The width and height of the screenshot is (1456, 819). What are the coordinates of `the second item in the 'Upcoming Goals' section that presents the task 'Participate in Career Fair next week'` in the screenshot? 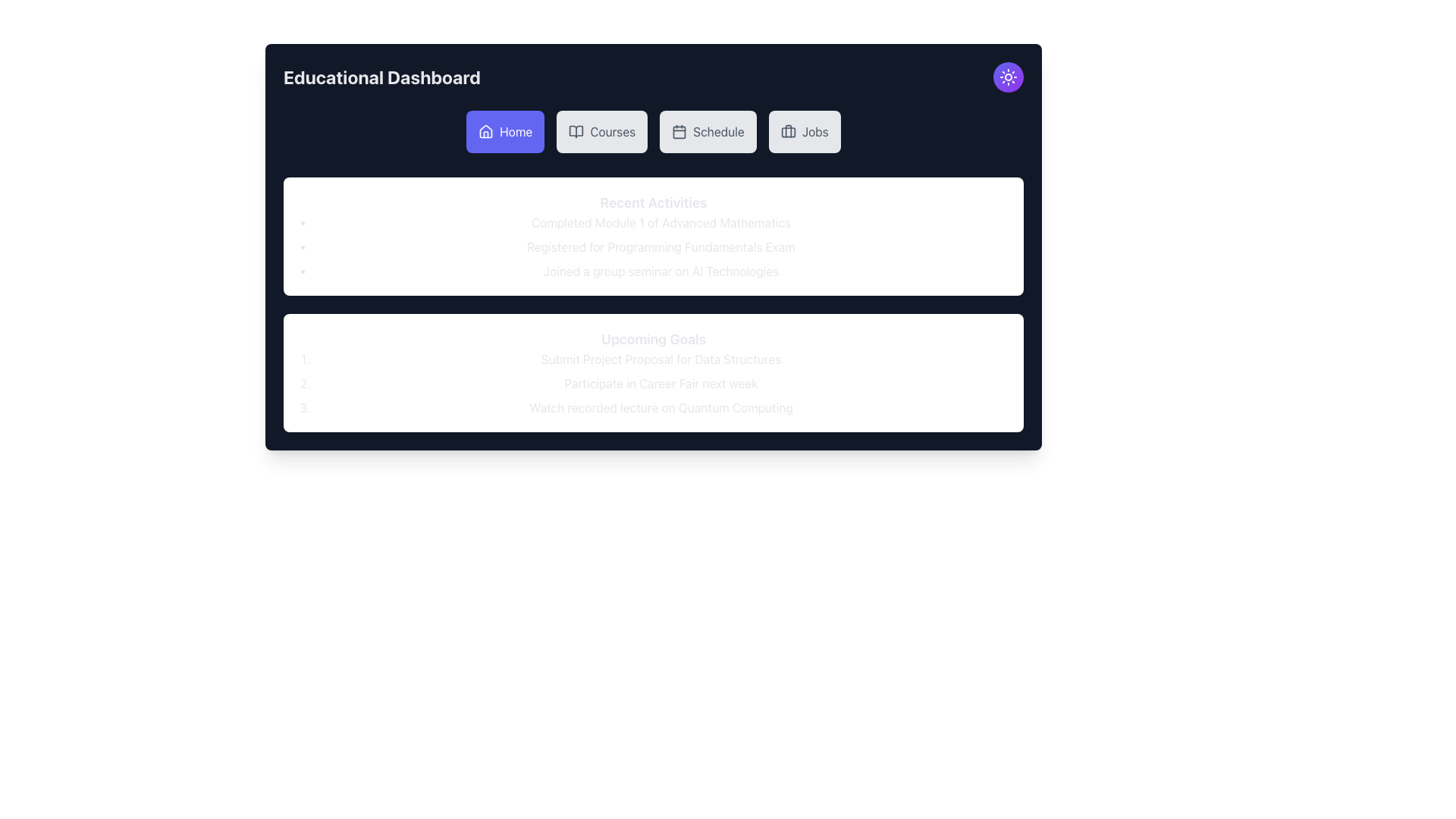 It's located at (661, 382).